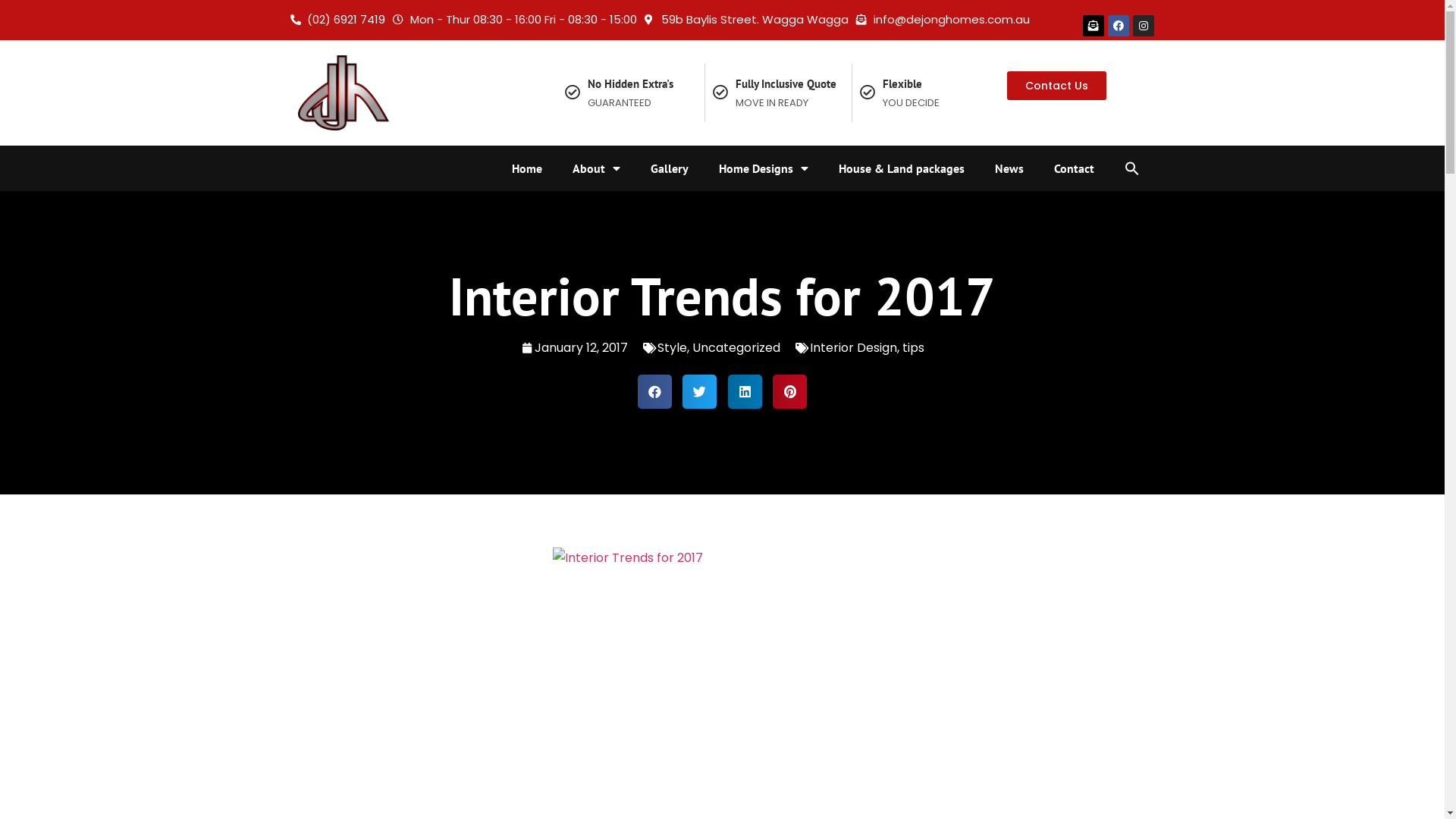 This screenshot has width=1456, height=819. Describe the element at coordinates (702, 168) in the screenshot. I see `'Home Designs'` at that location.